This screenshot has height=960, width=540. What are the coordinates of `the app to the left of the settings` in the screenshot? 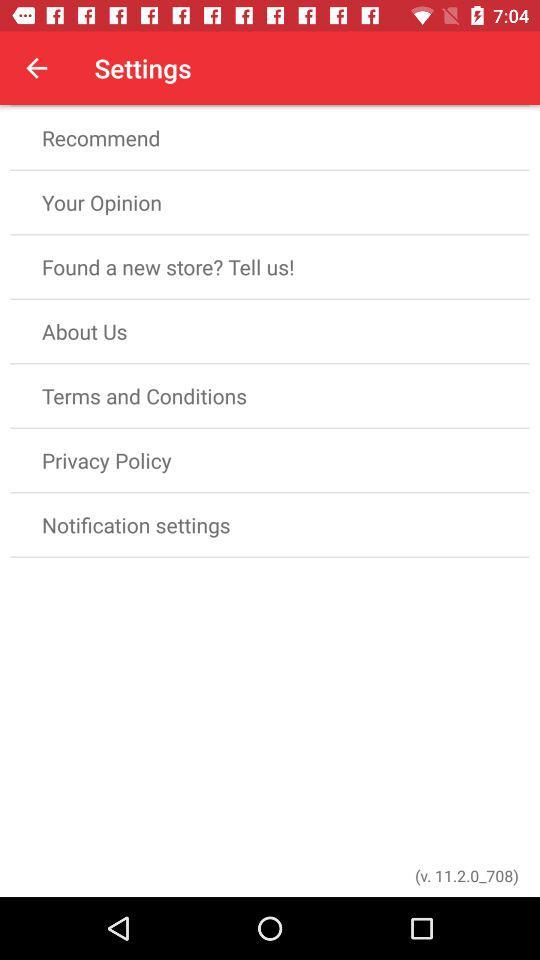 It's located at (36, 68).